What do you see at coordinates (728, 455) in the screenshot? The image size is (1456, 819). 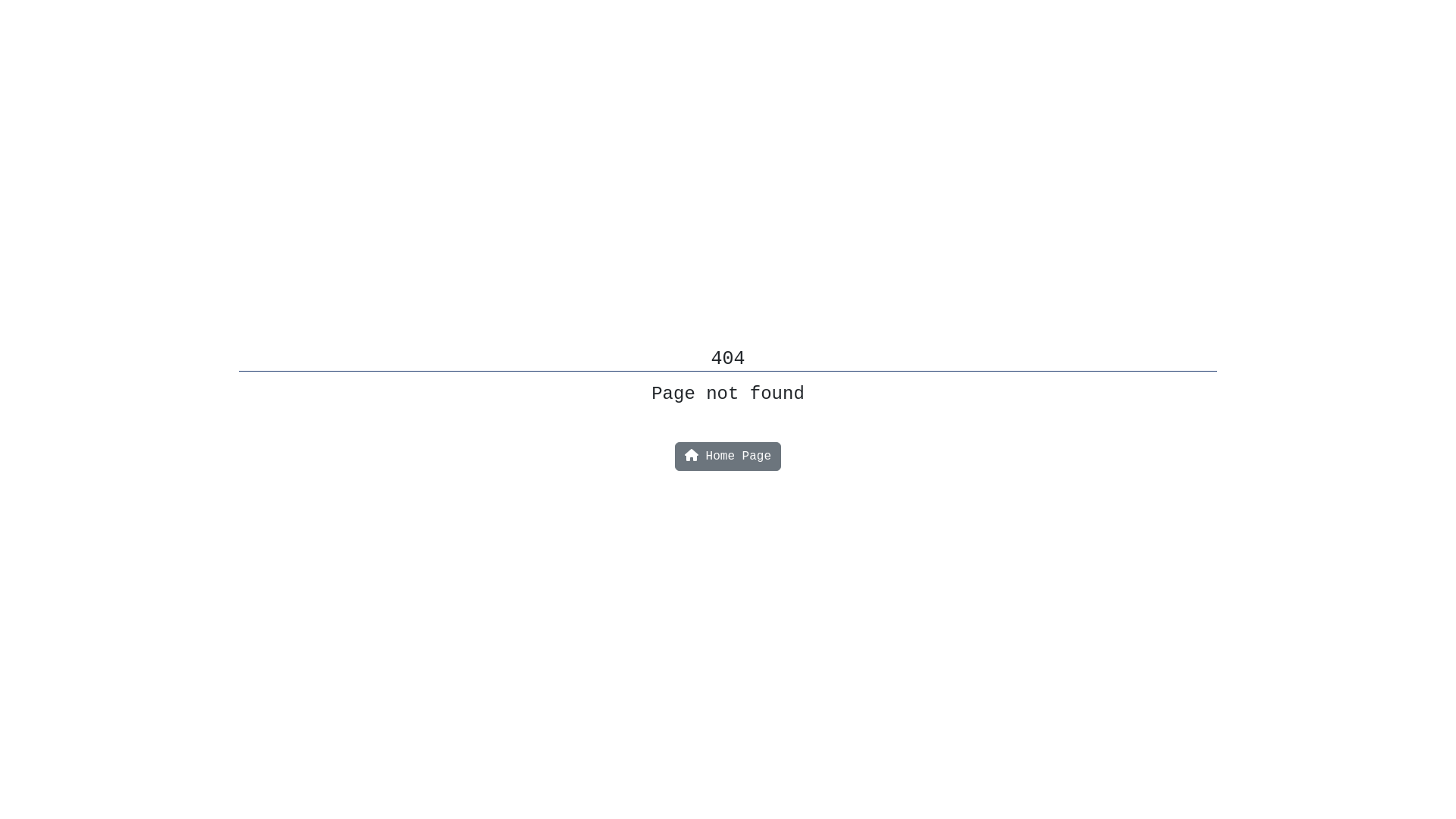 I see `'Home Page'` at bounding box center [728, 455].